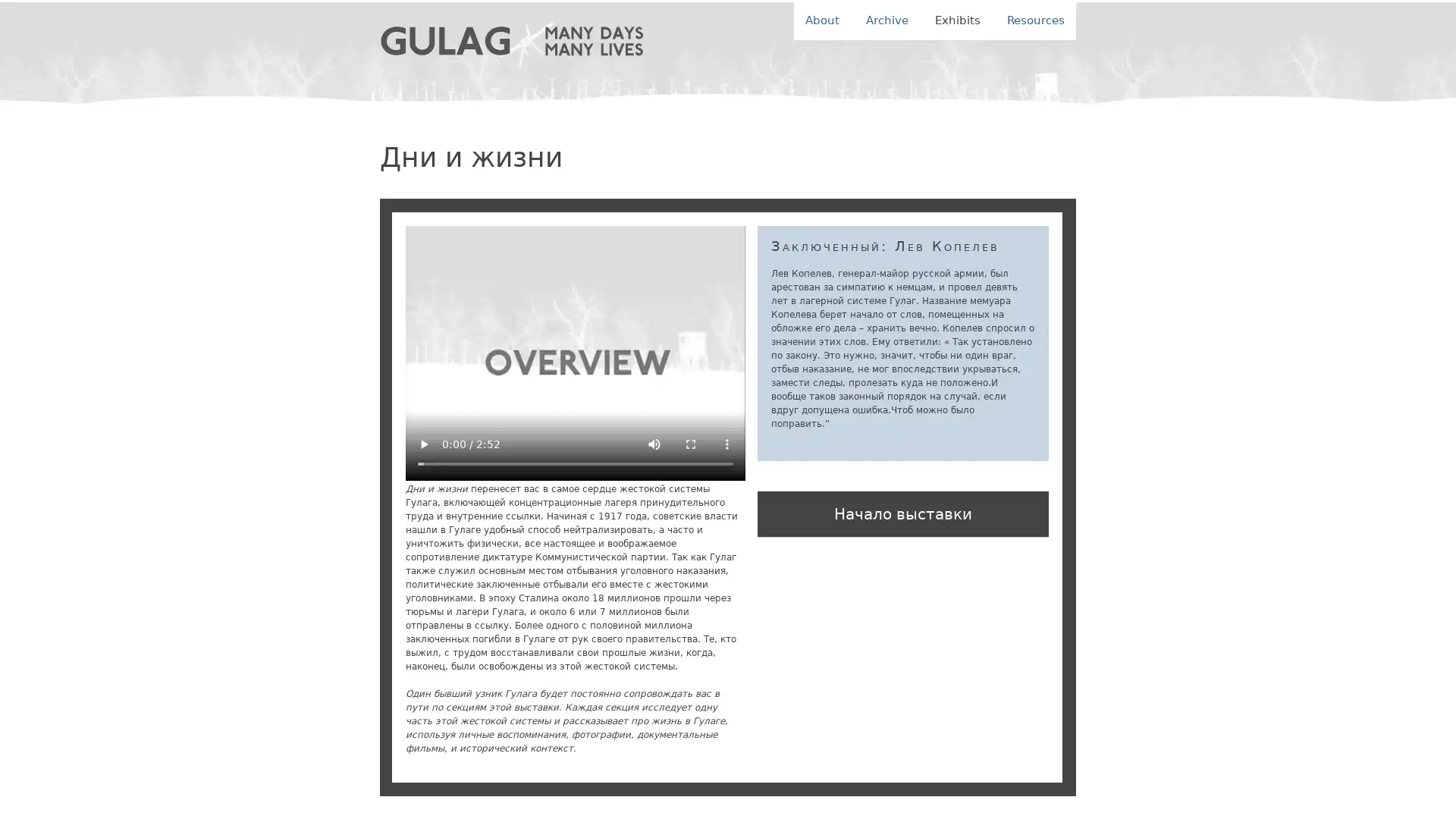 This screenshot has width=1456, height=819. I want to click on show more media controls, so click(726, 444).